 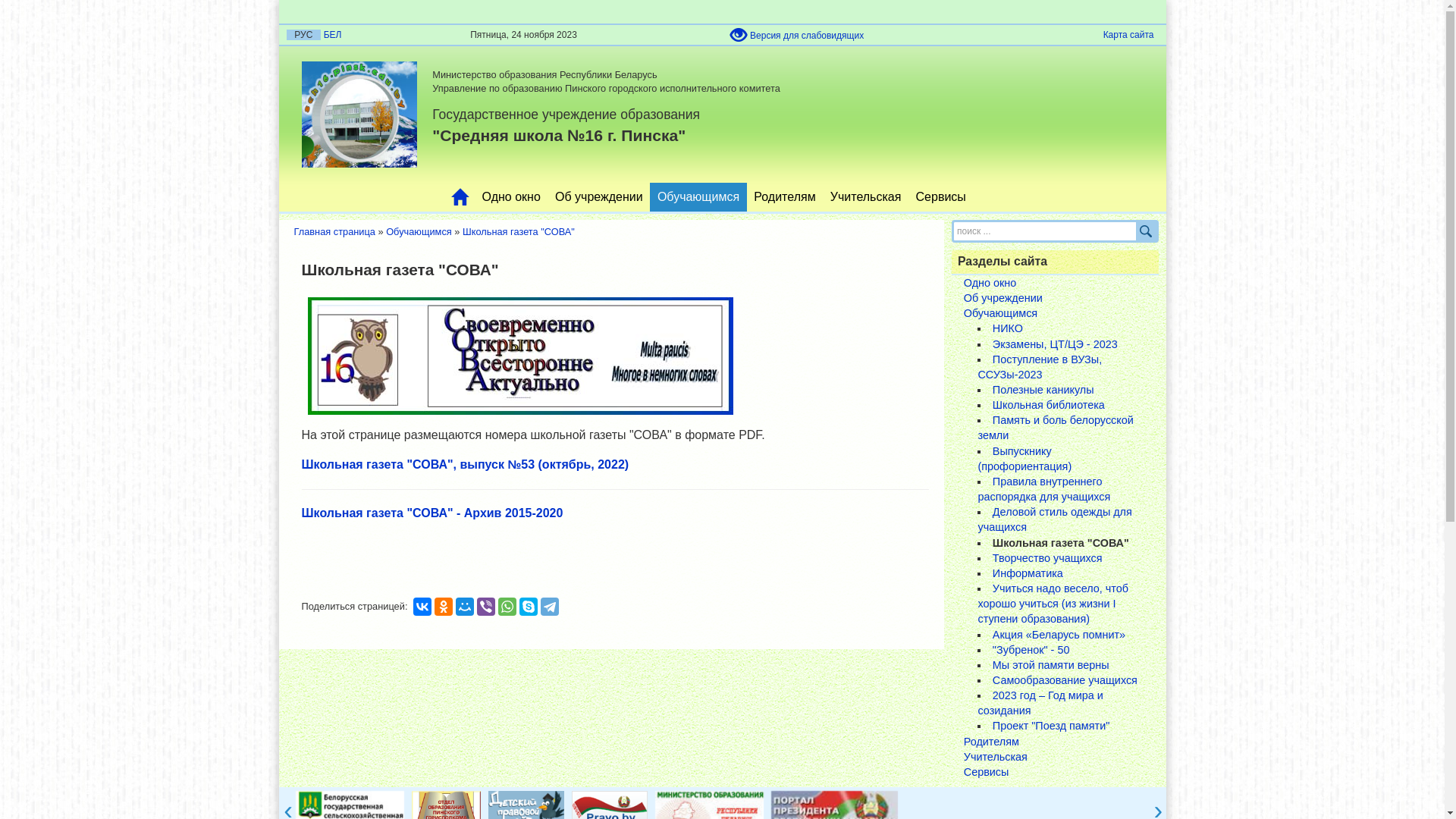 I want to click on 'Telegram', so click(x=548, y=605).